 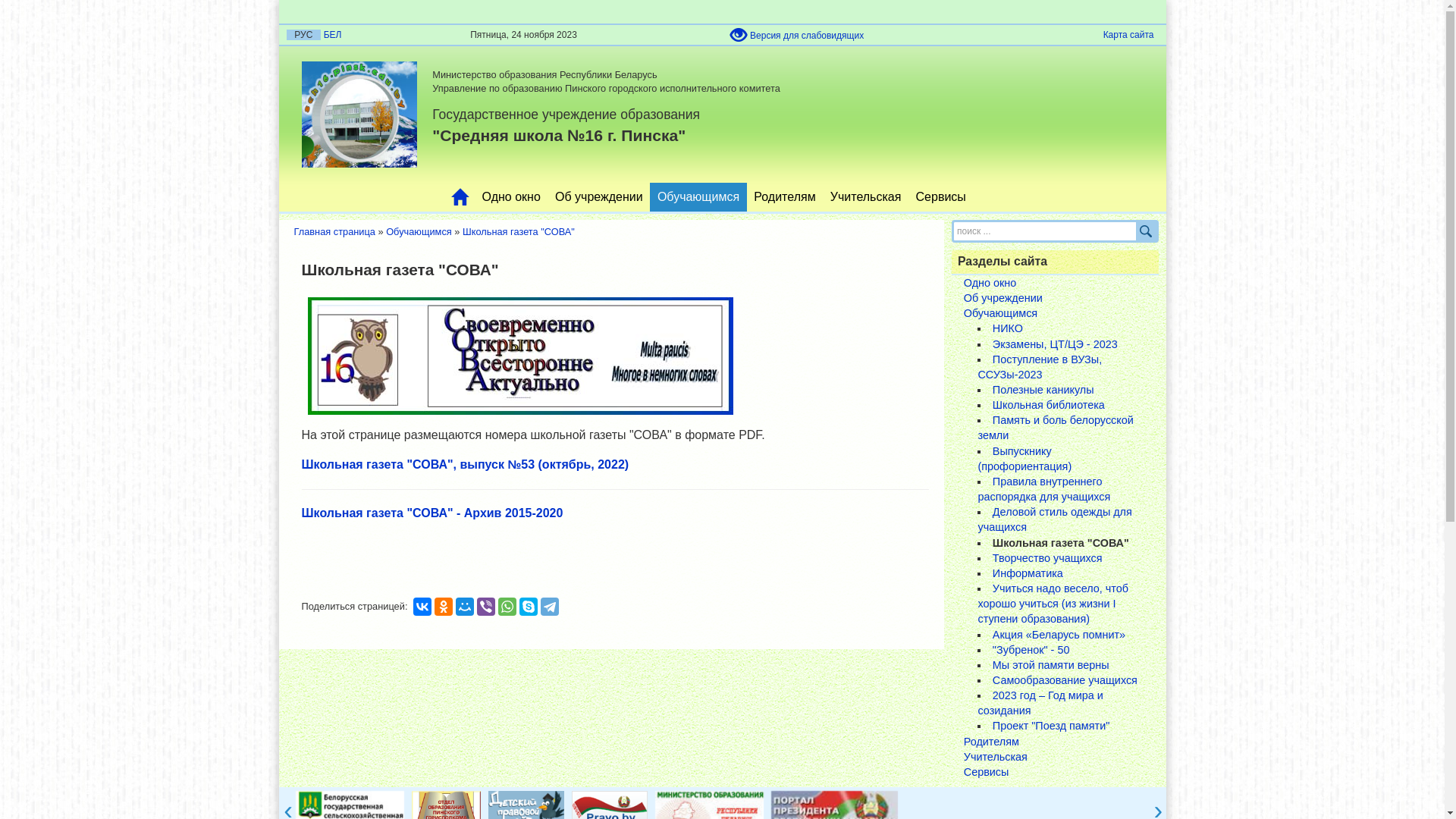 I want to click on 'Telegram', so click(x=548, y=605).